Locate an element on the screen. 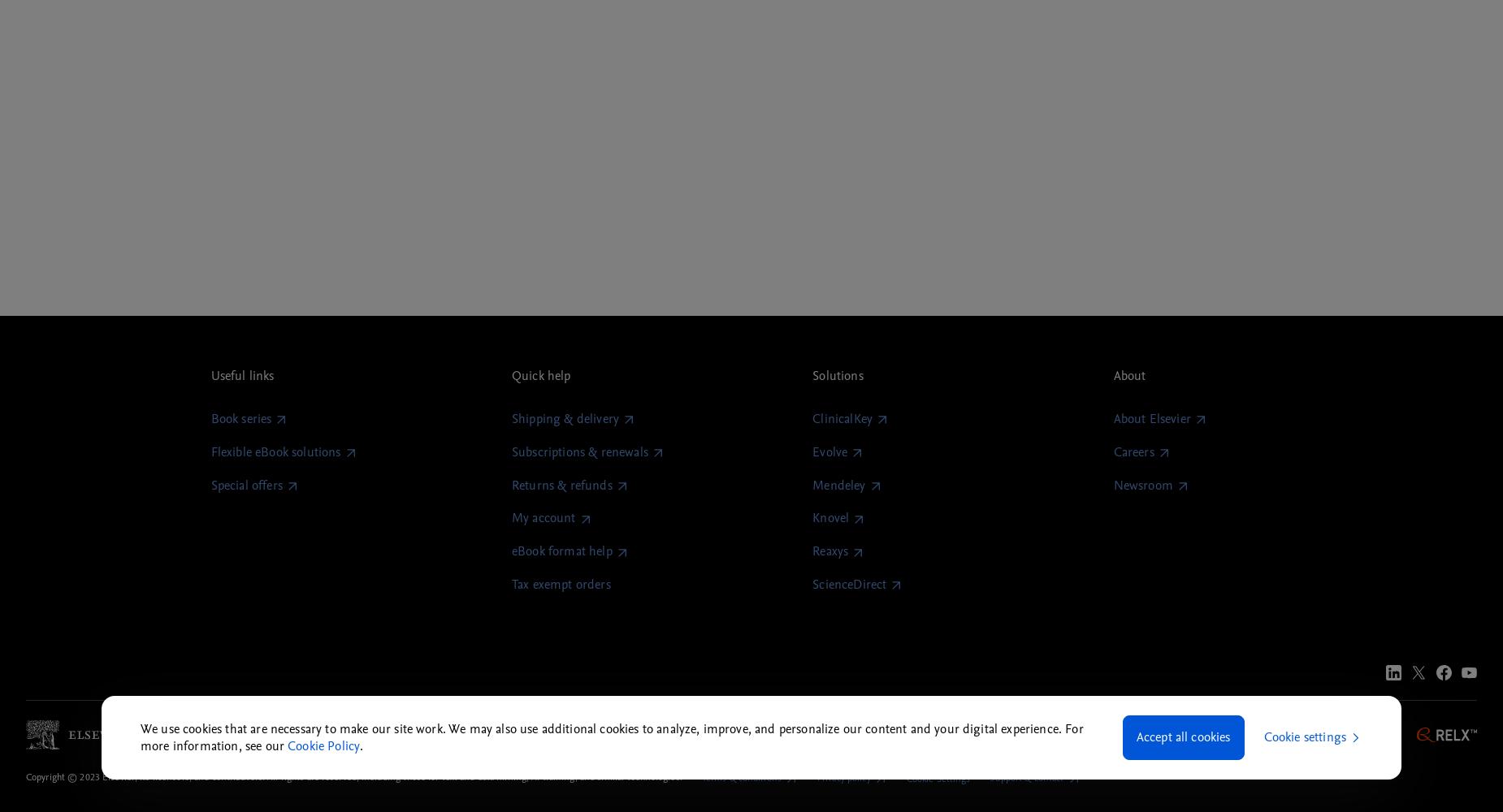 Image resolution: width=1503 pixels, height=812 pixels. 'Returns & refunds' is located at coordinates (561, 484).